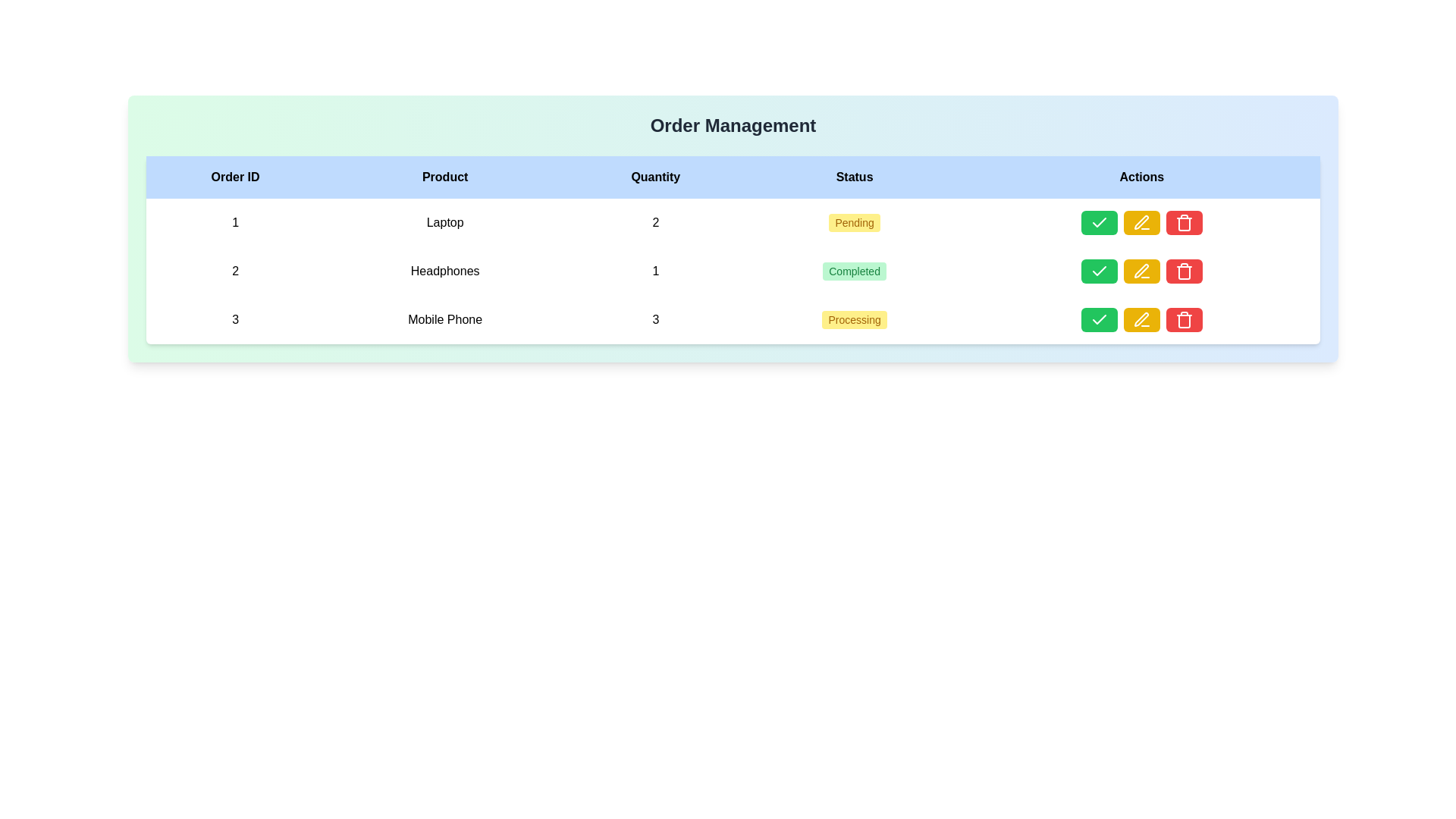 This screenshot has width=1456, height=819. Describe the element at coordinates (234, 271) in the screenshot. I see `the non-interactive text label displaying the number '2', which is styled in a bold font and located in the first column of the second row of the grid layout` at that location.